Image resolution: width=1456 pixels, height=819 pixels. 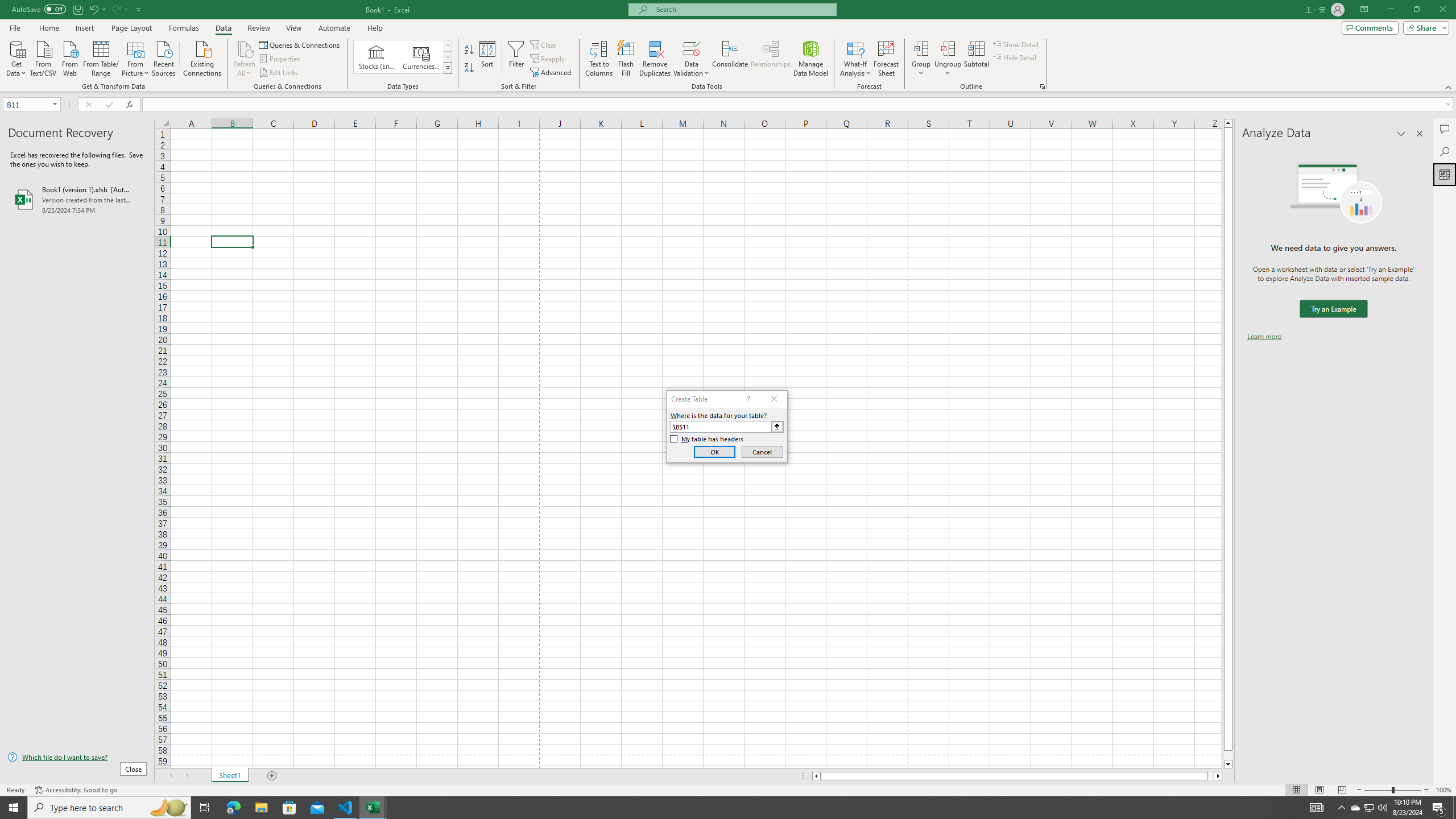 I want to click on 'Which file do I want to save?', so click(x=76, y=758).